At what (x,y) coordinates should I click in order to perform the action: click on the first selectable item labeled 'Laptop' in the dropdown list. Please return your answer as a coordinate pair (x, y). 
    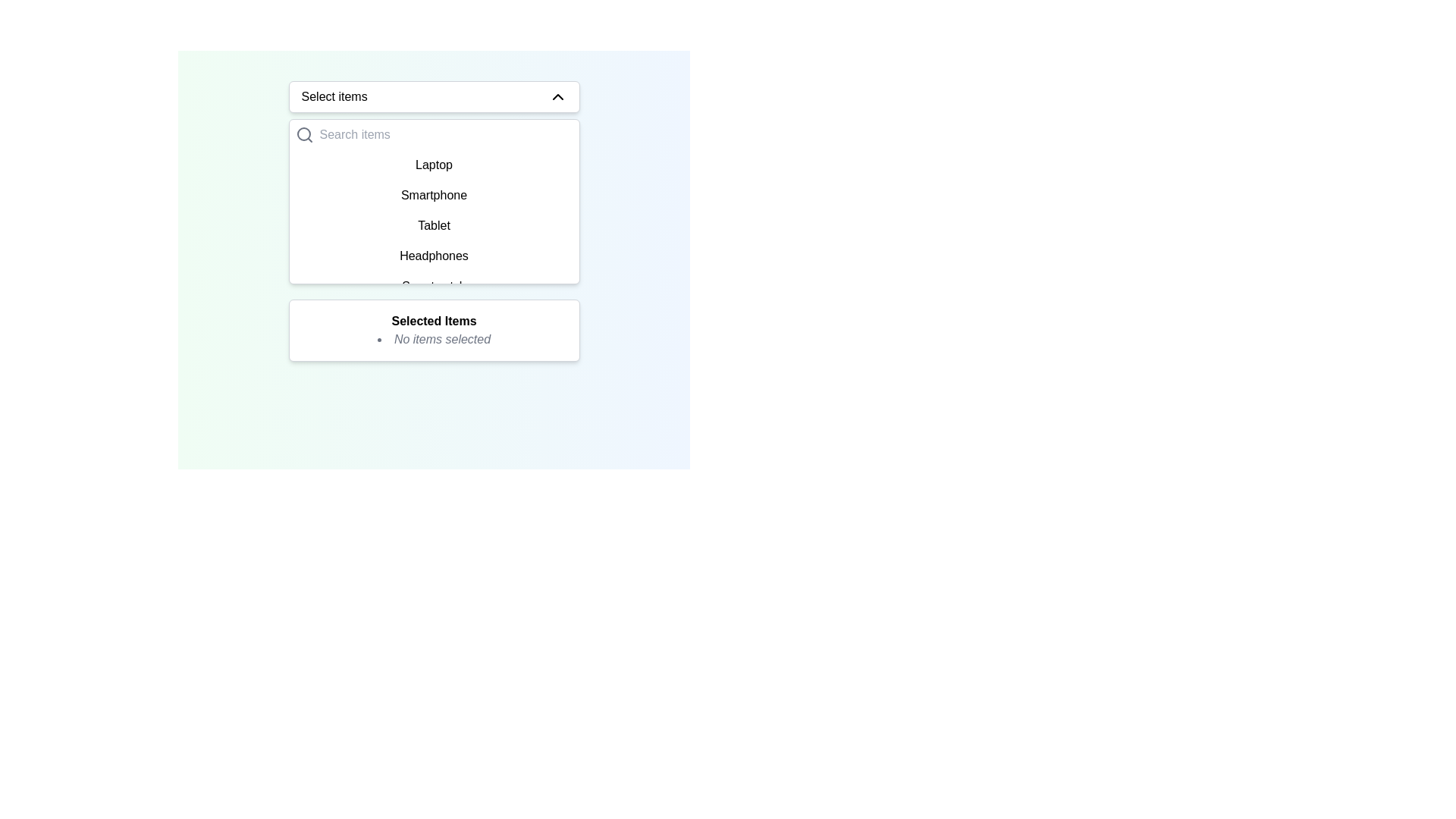
    Looking at the image, I should click on (433, 165).